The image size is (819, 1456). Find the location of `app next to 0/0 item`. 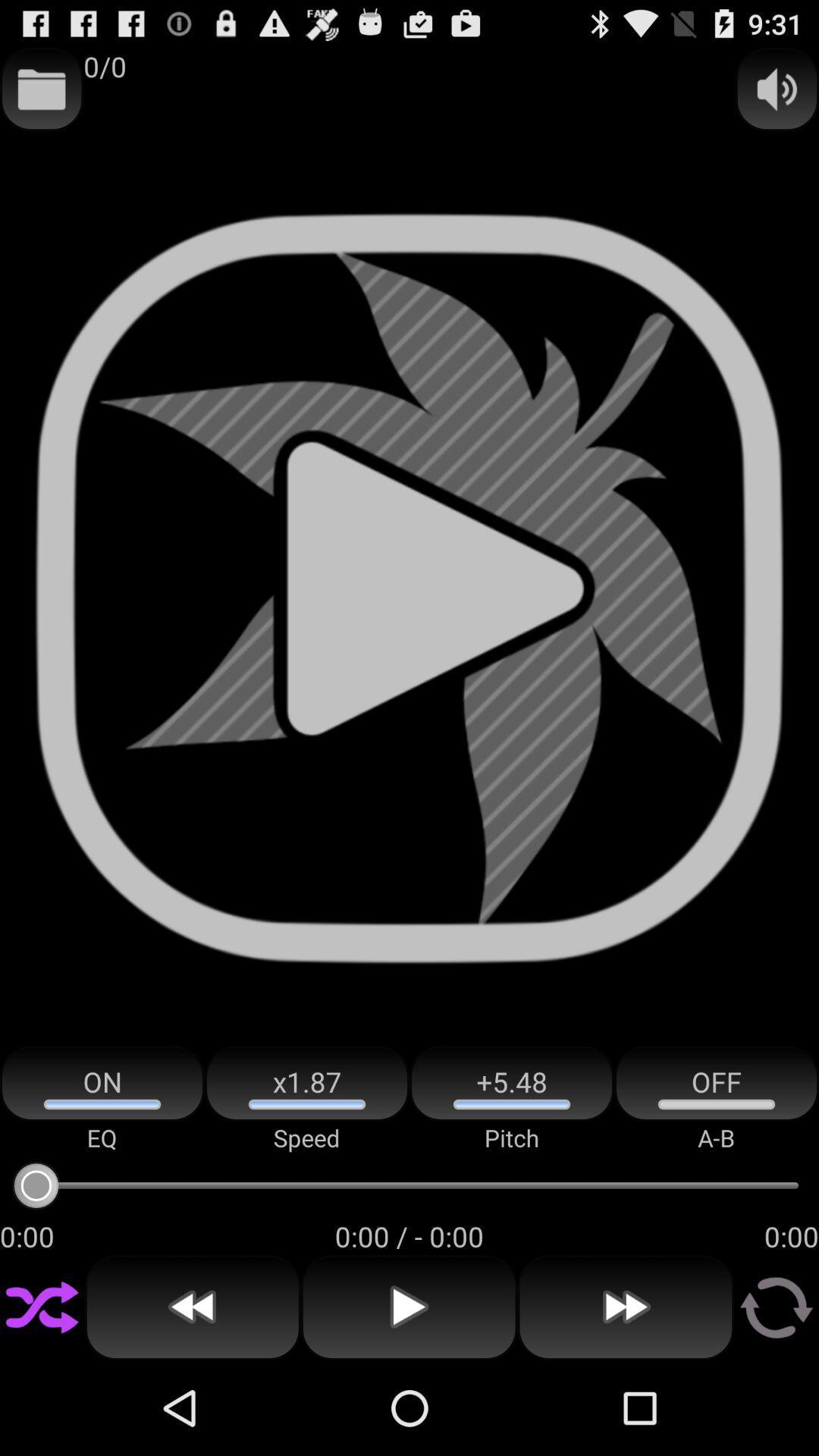

app next to 0/0 item is located at coordinates (41, 89).